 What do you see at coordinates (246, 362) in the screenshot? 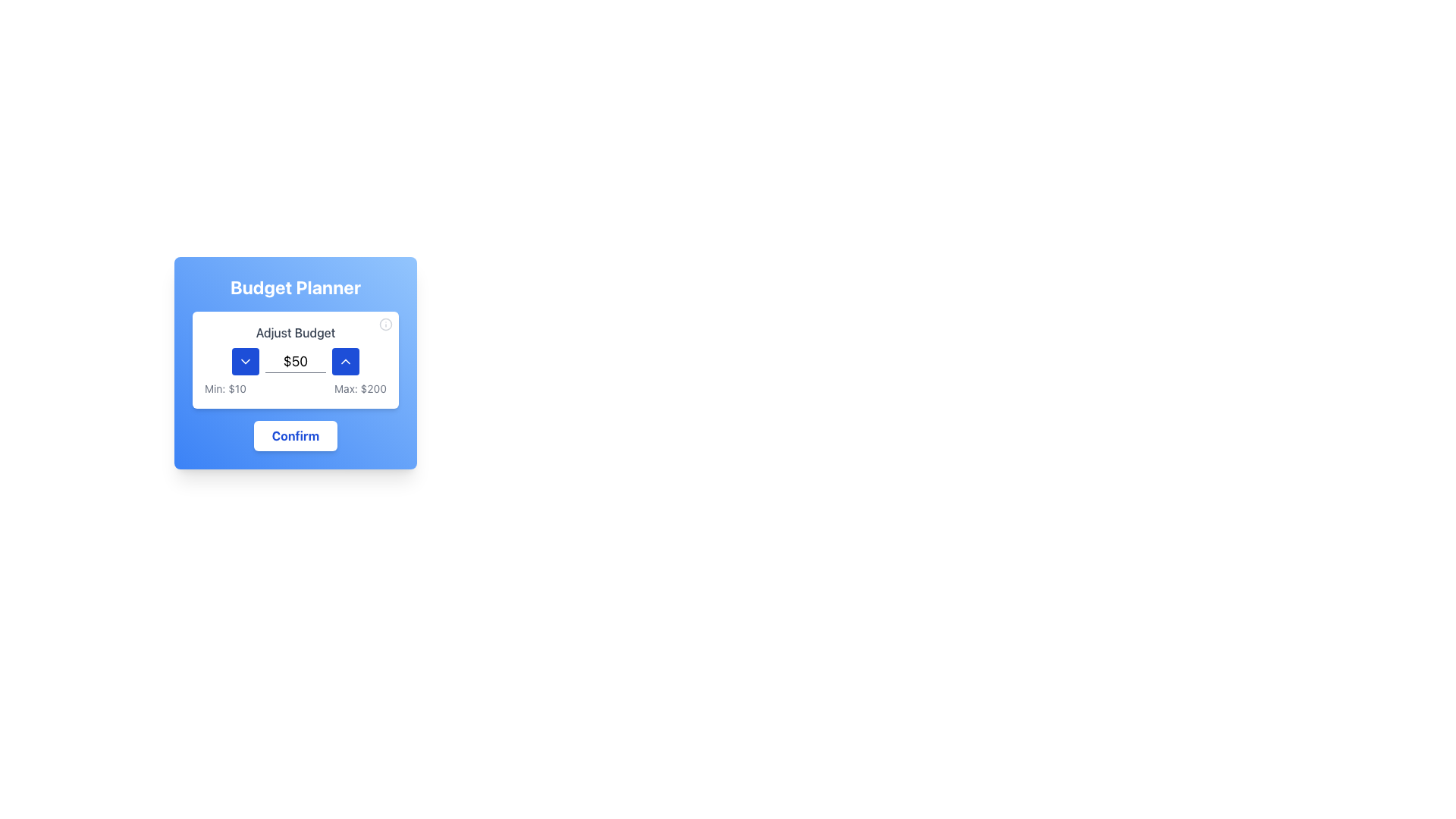
I see `the downward action icon located within the blue circular button to decrease the value in the 'Adjust Budget' section next to the '$50' numeric input field` at bounding box center [246, 362].